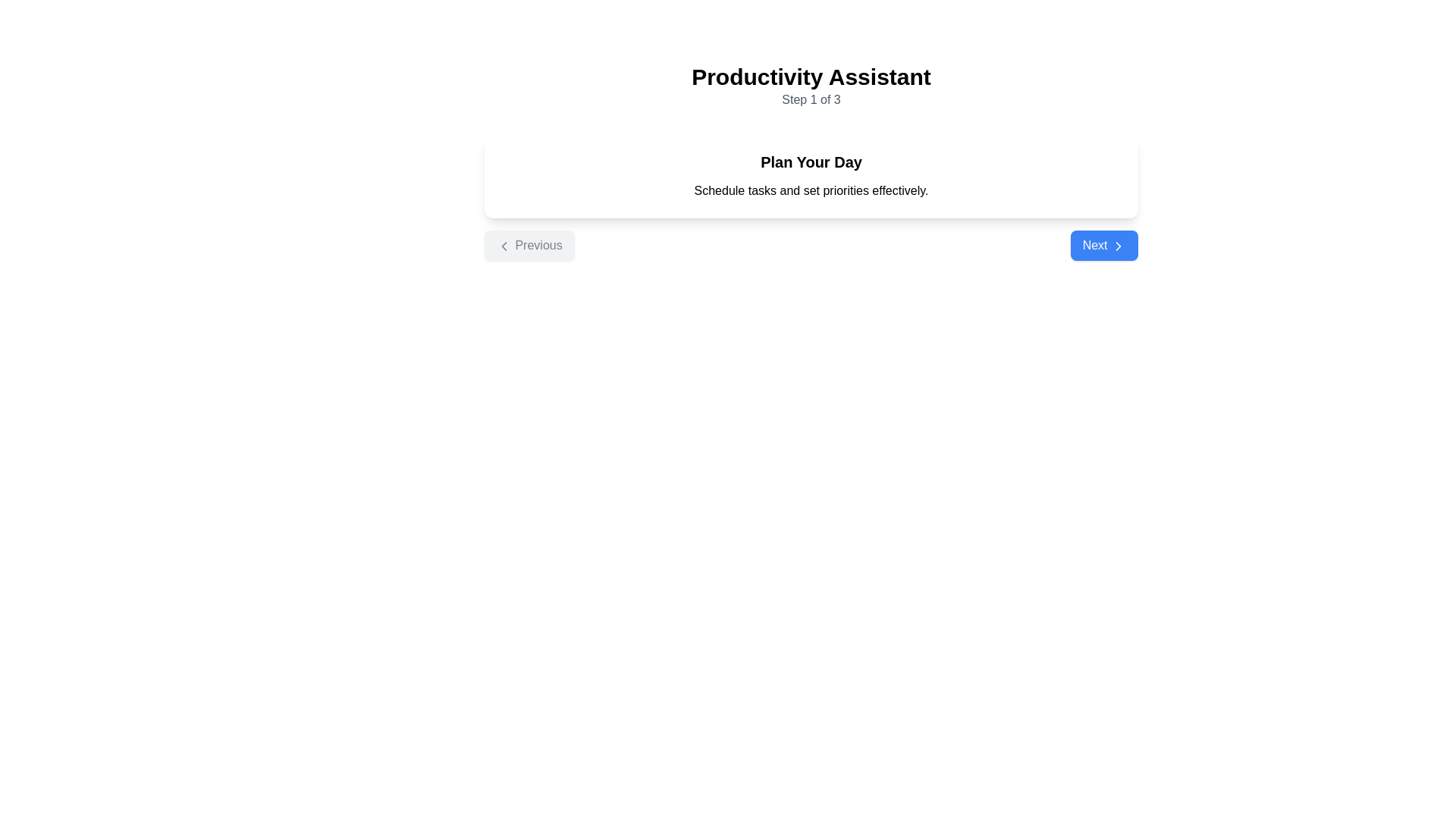 The image size is (1456, 819). What do you see at coordinates (1104, 245) in the screenshot?
I see `the 'Next' button with a blue background and white text to move to the next step` at bounding box center [1104, 245].